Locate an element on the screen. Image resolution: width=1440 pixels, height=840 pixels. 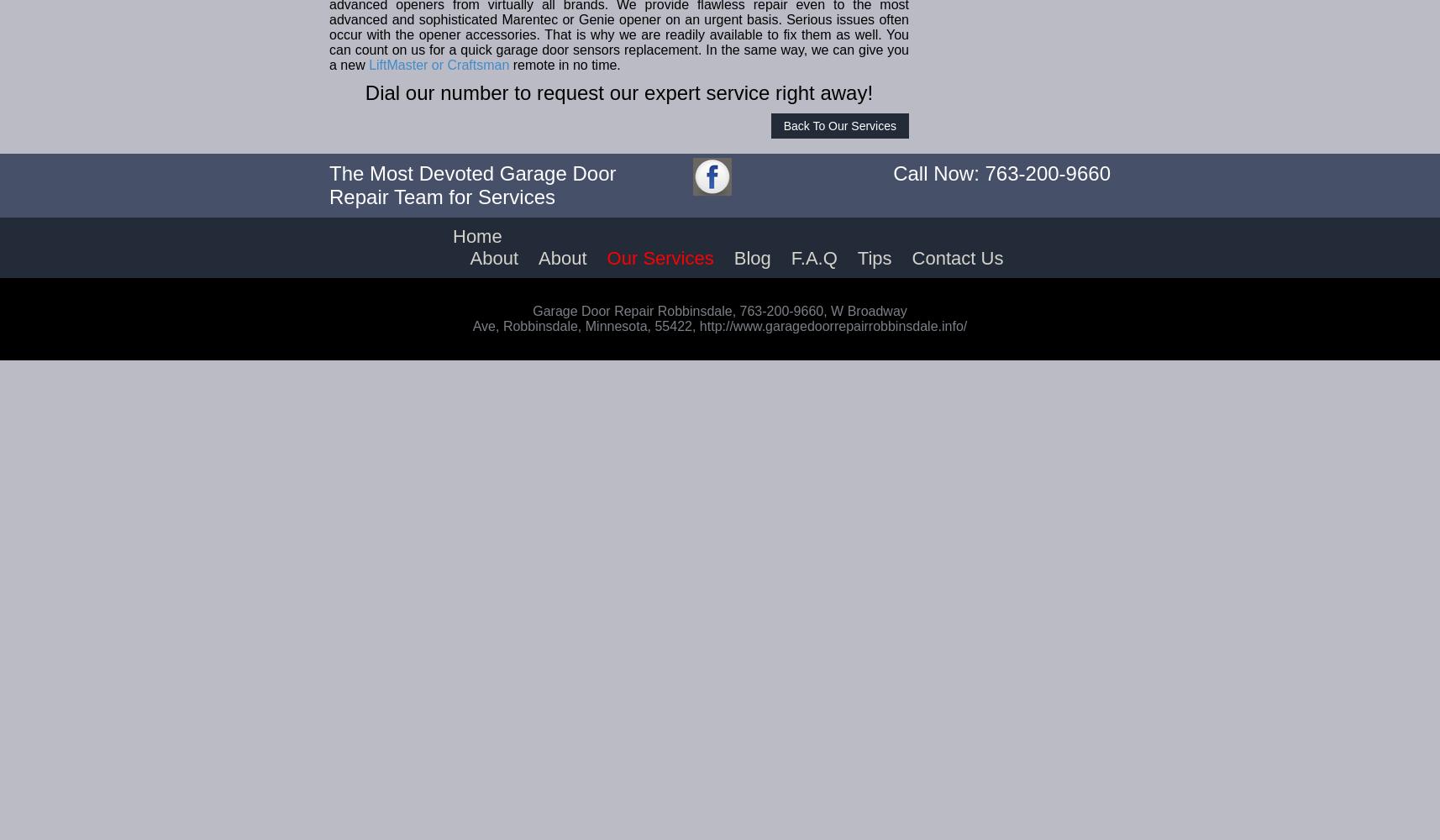
'Blog' is located at coordinates (751, 258).